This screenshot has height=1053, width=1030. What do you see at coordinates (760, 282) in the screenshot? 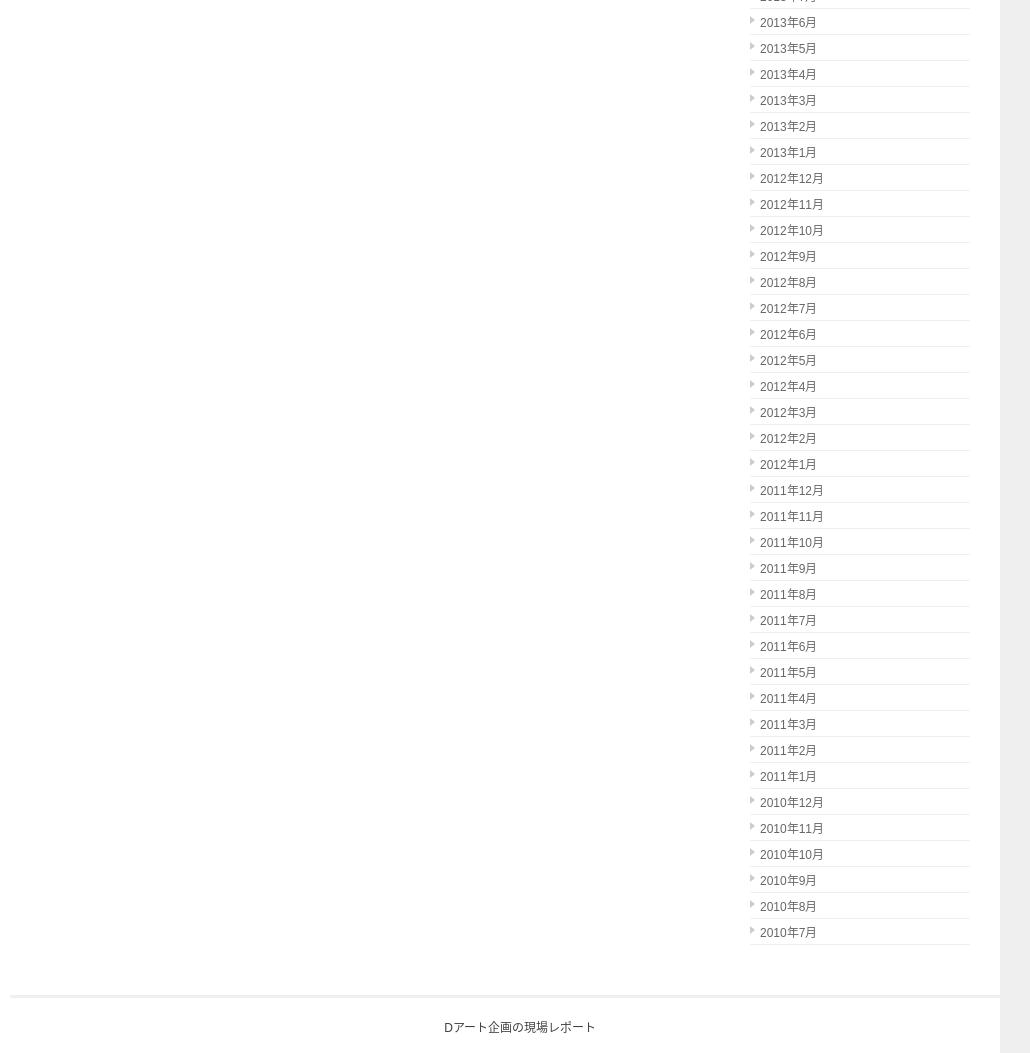
I see `'2012年8月'` at bounding box center [760, 282].